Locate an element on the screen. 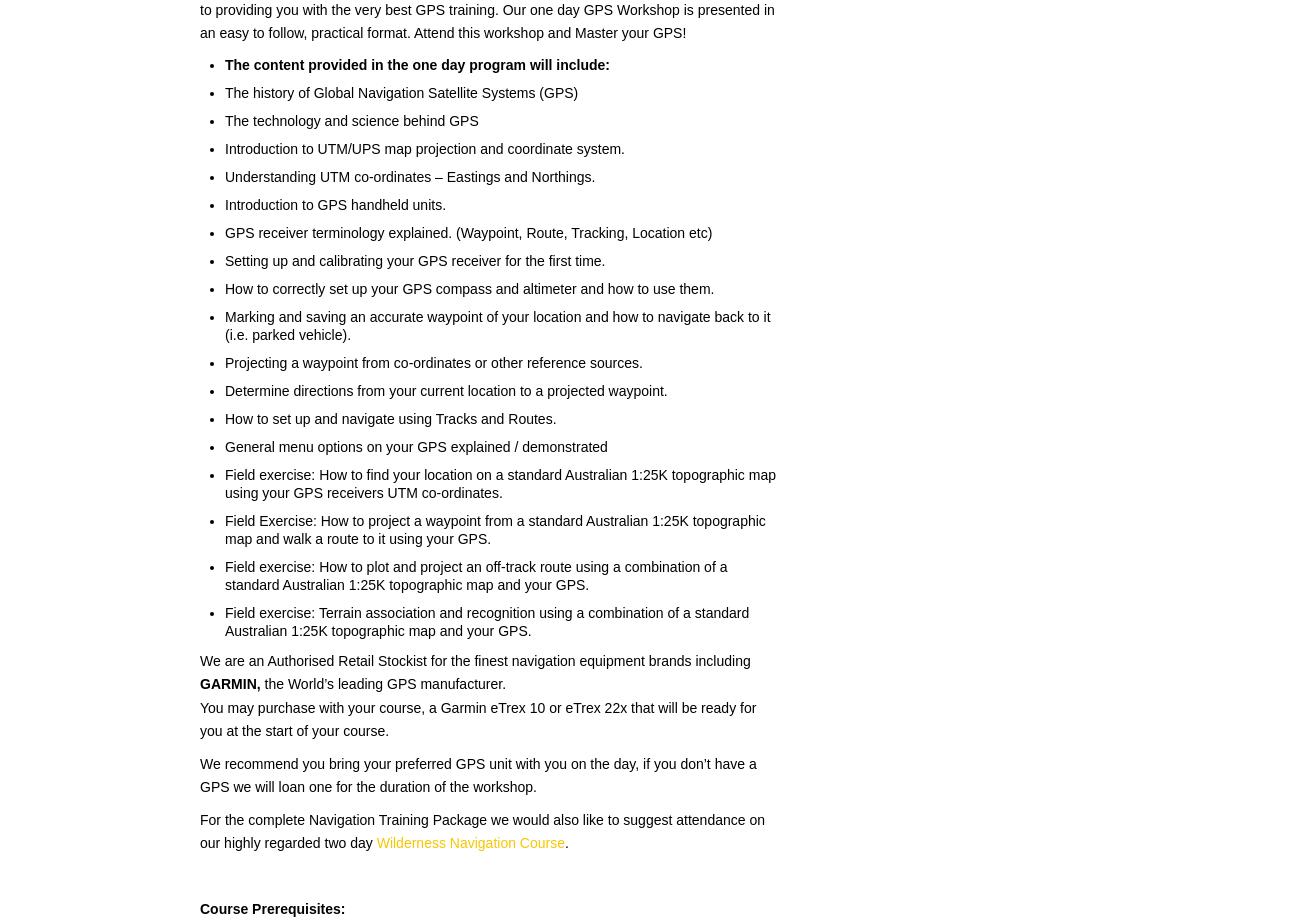  'How to set up and navigate using Tracks and Routes.' is located at coordinates (390, 417).